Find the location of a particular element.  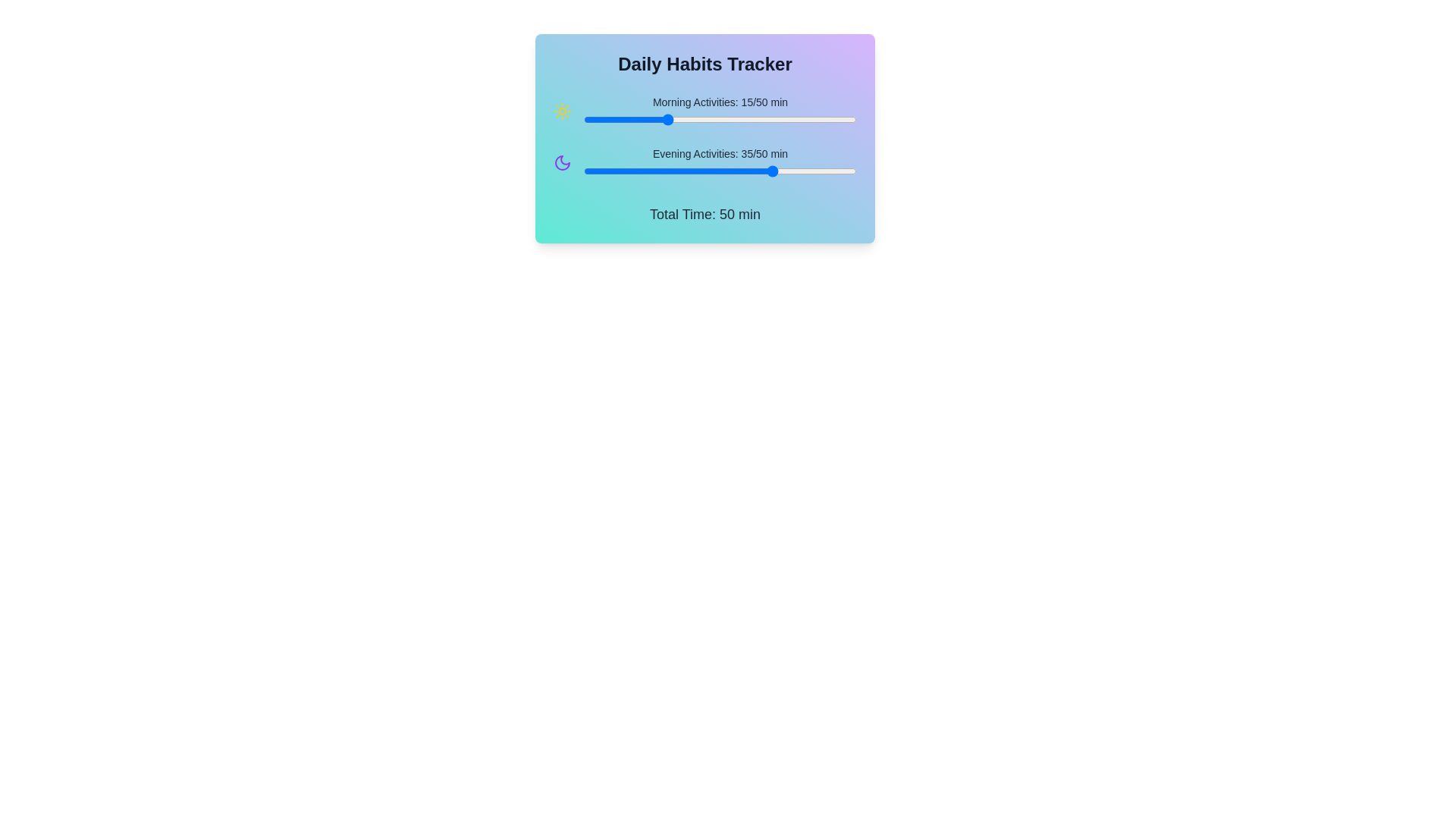

the evening activity time is located at coordinates (731, 171).